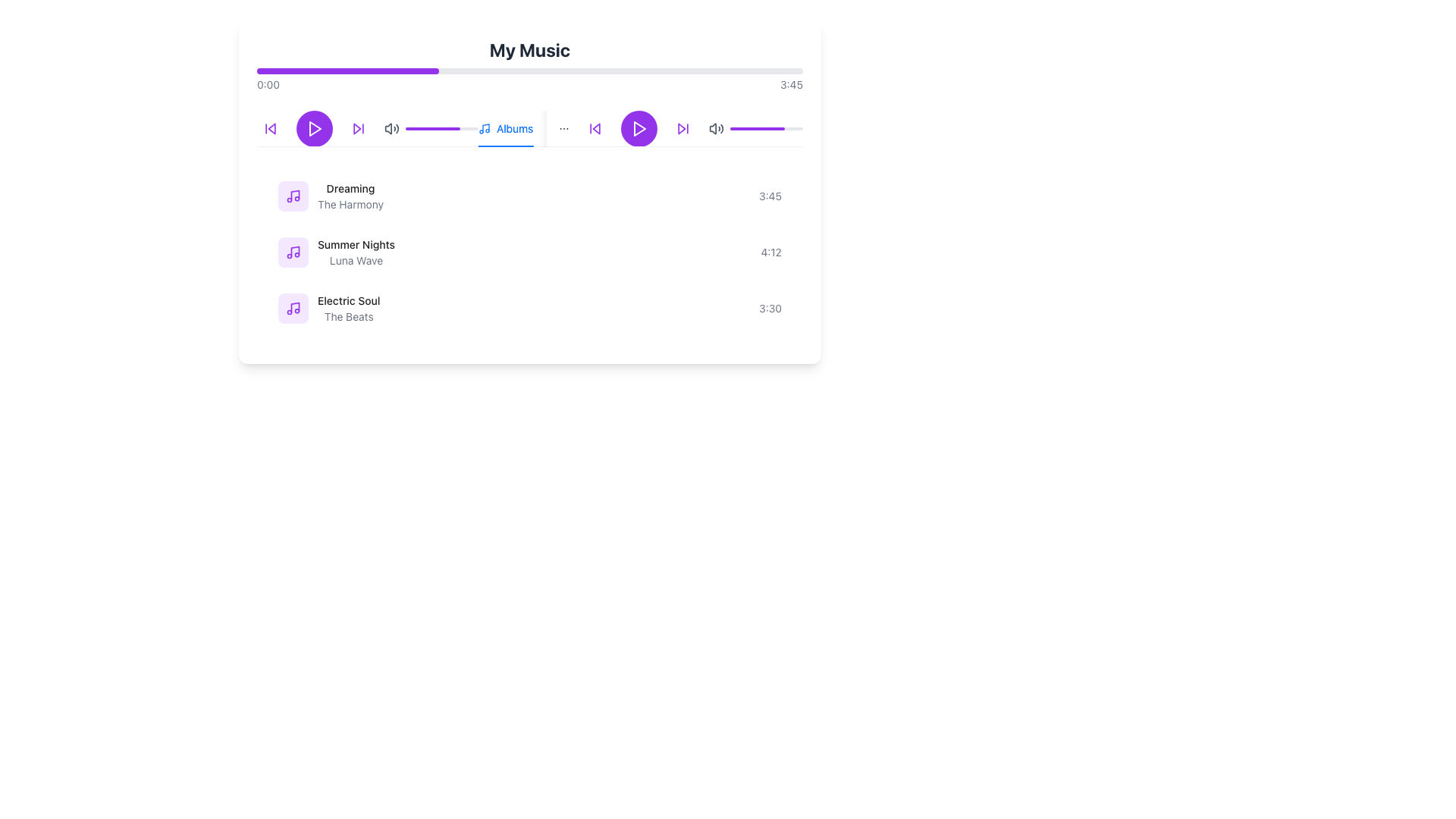  I want to click on to select the first music track entry in the playlist, which is located just above 'Summer Nights' and 'Electric Soul', so click(530, 195).